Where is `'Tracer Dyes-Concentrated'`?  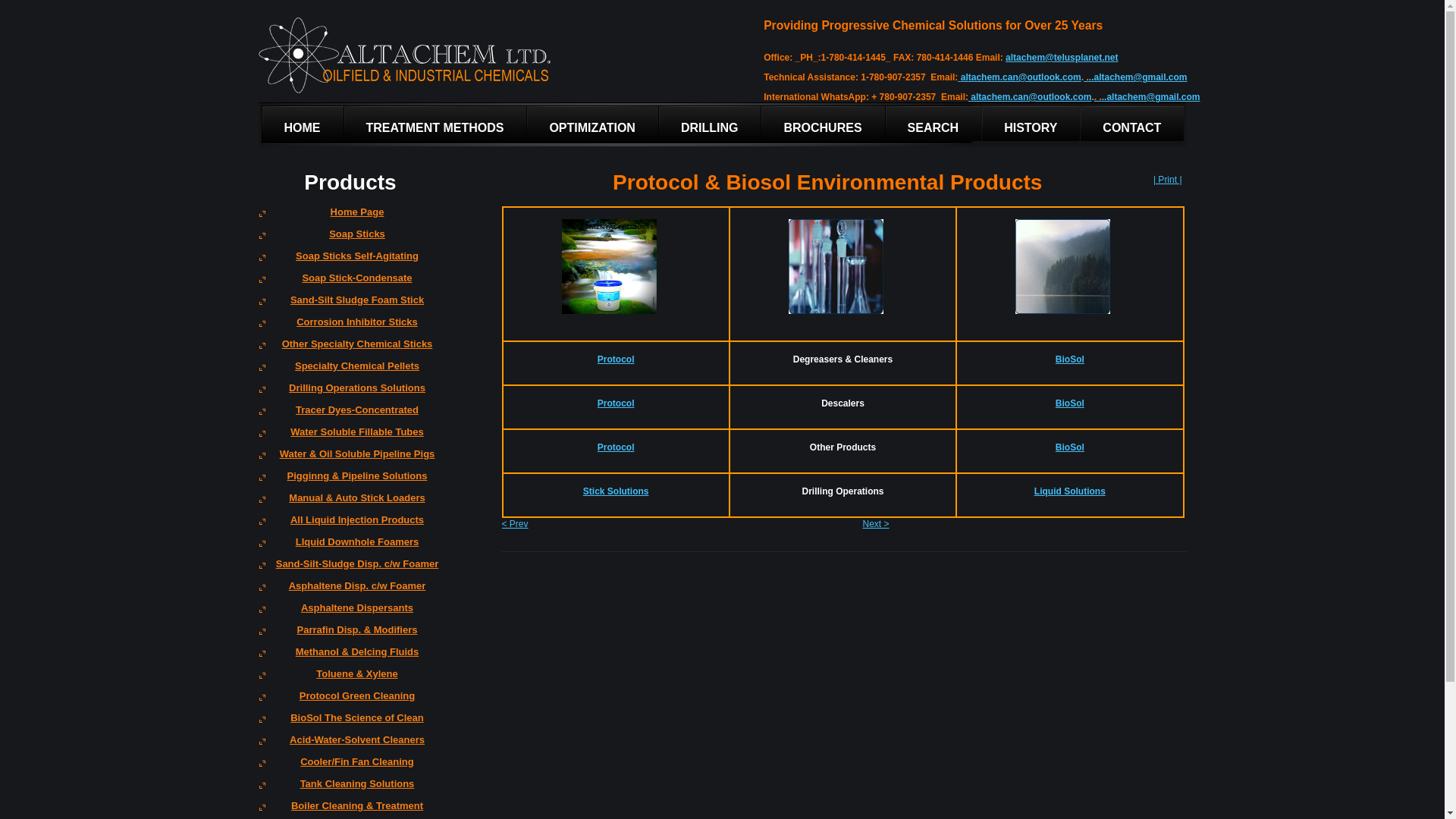 'Tracer Dyes-Concentrated' is located at coordinates (350, 415).